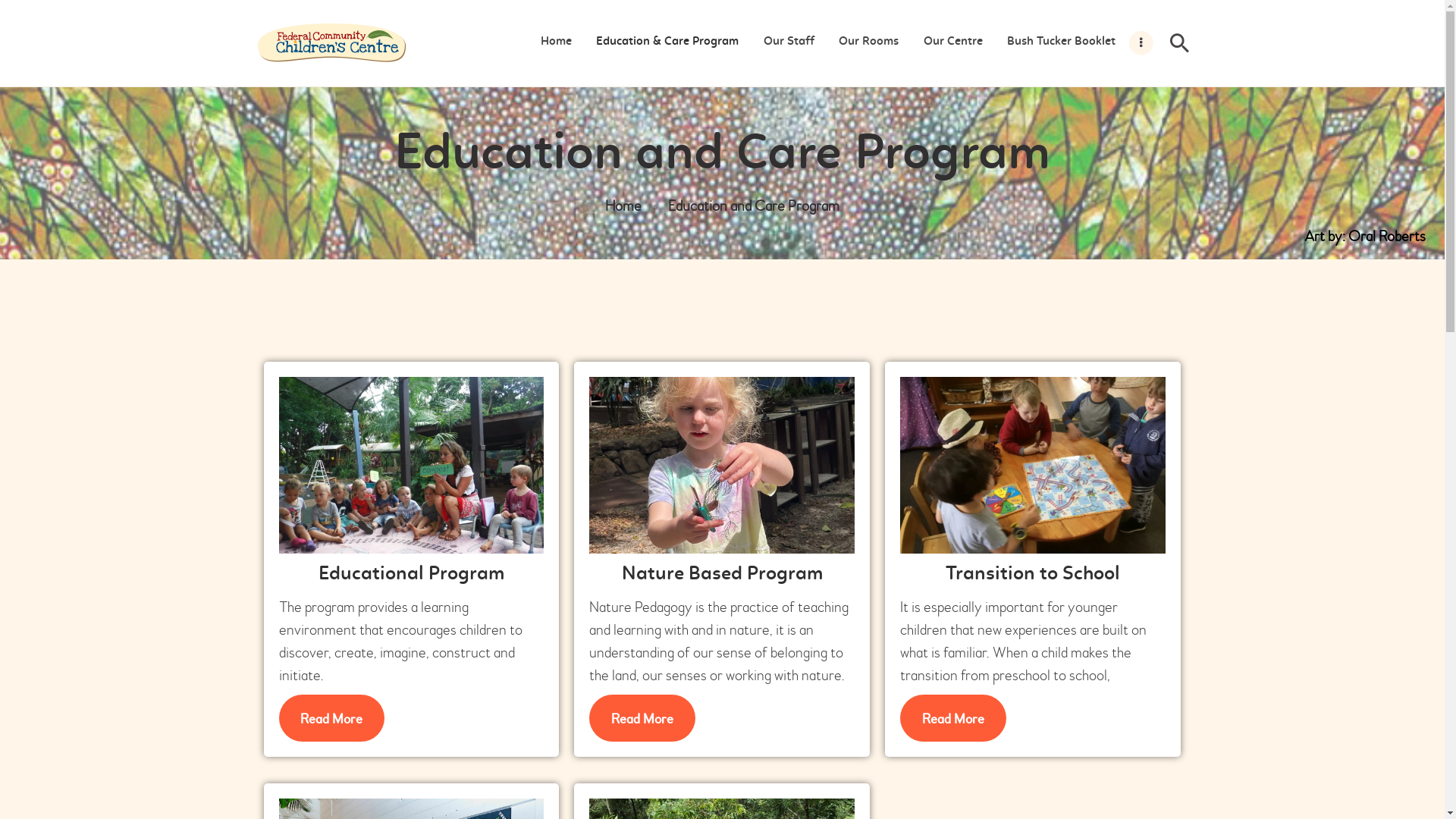 Image resolution: width=1456 pixels, height=819 pixels. What do you see at coordinates (789, 42) in the screenshot?
I see `'Our Staff'` at bounding box center [789, 42].